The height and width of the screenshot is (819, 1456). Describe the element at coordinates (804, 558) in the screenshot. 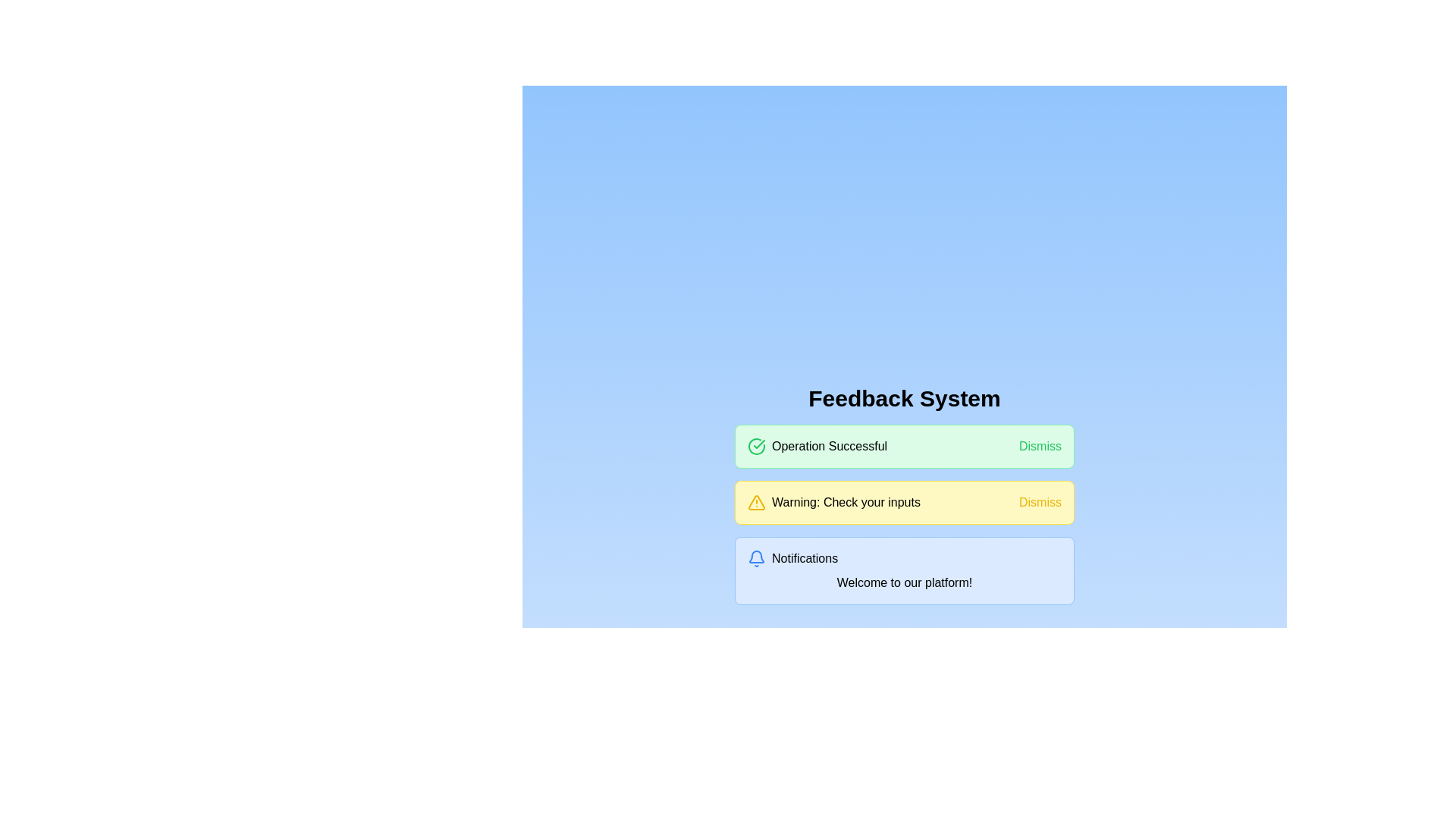

I see `the 'Notifications' label, which is part of the notification group, located immediately to the right of the bell icon in the light blue notification panel` at that location.